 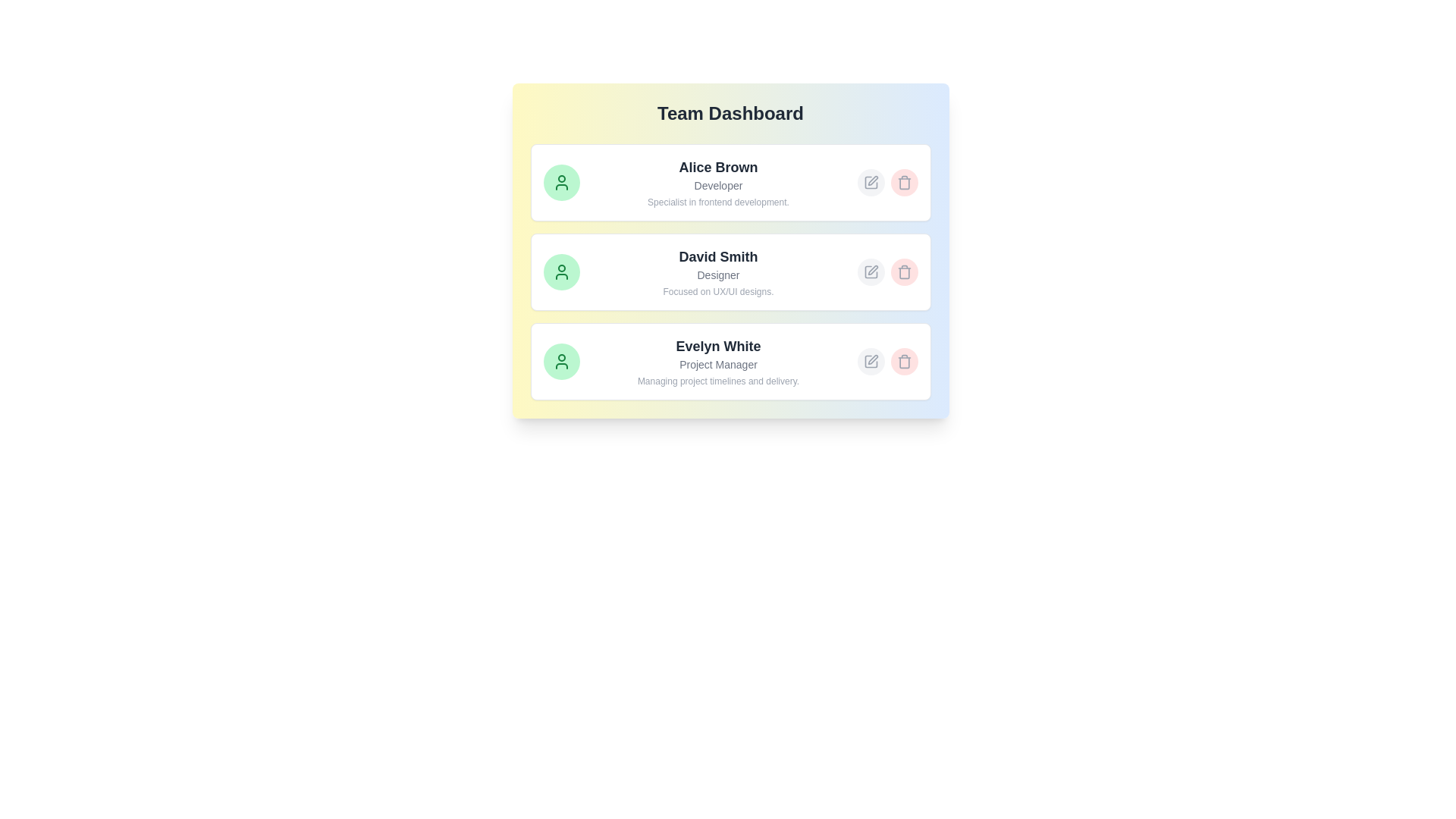 What do you see at coordinates (560, 181) in the screenshot?
I see `the profile icon, which is a green outlined user-shaped figure within a circular background, located to the left of the name 'Alice Brown' in the first team member card` at bounding box center [560, 181].